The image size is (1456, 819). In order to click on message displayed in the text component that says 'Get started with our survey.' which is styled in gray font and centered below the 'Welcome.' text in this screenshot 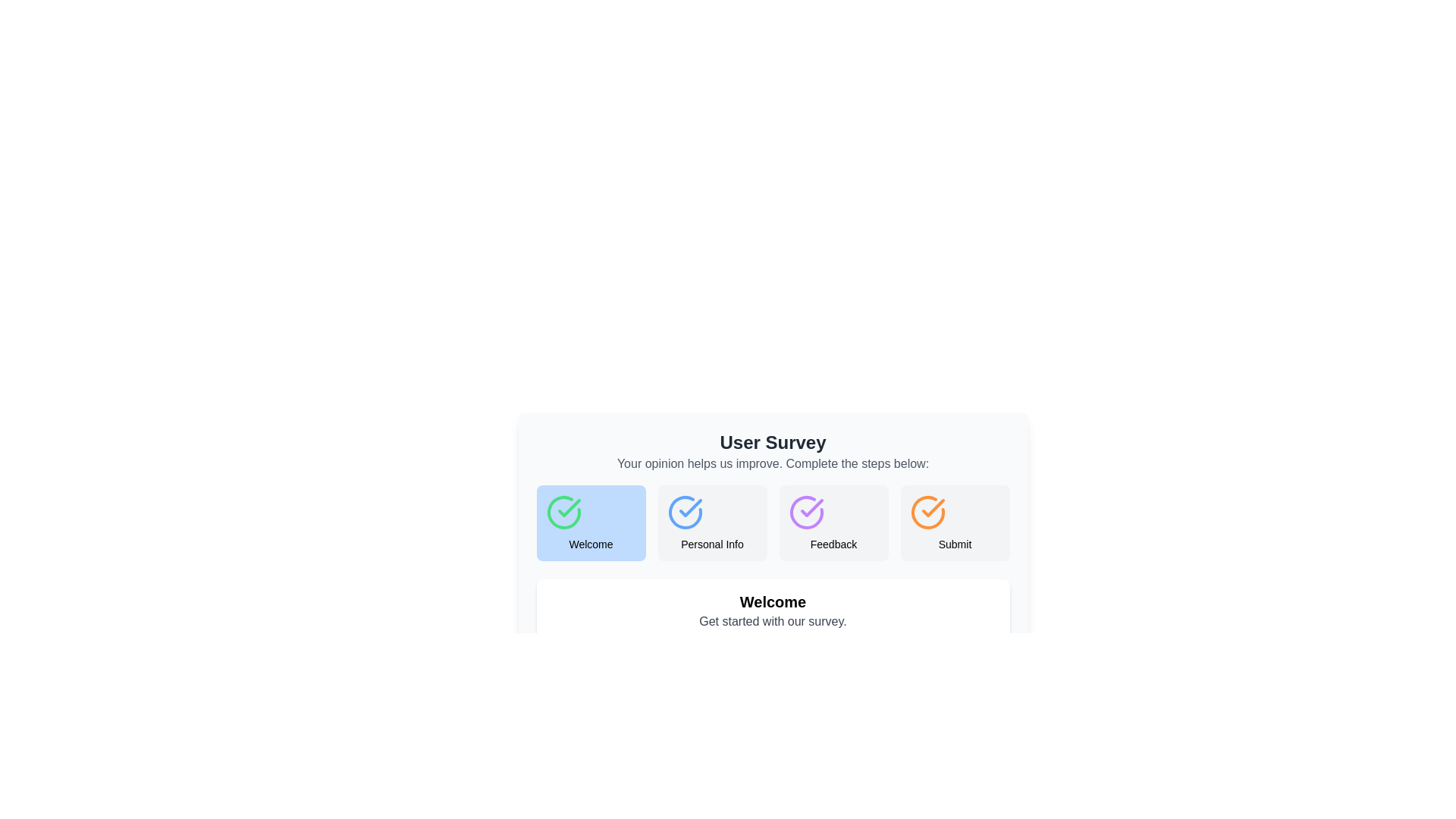, I will do `click(773, 622)`.